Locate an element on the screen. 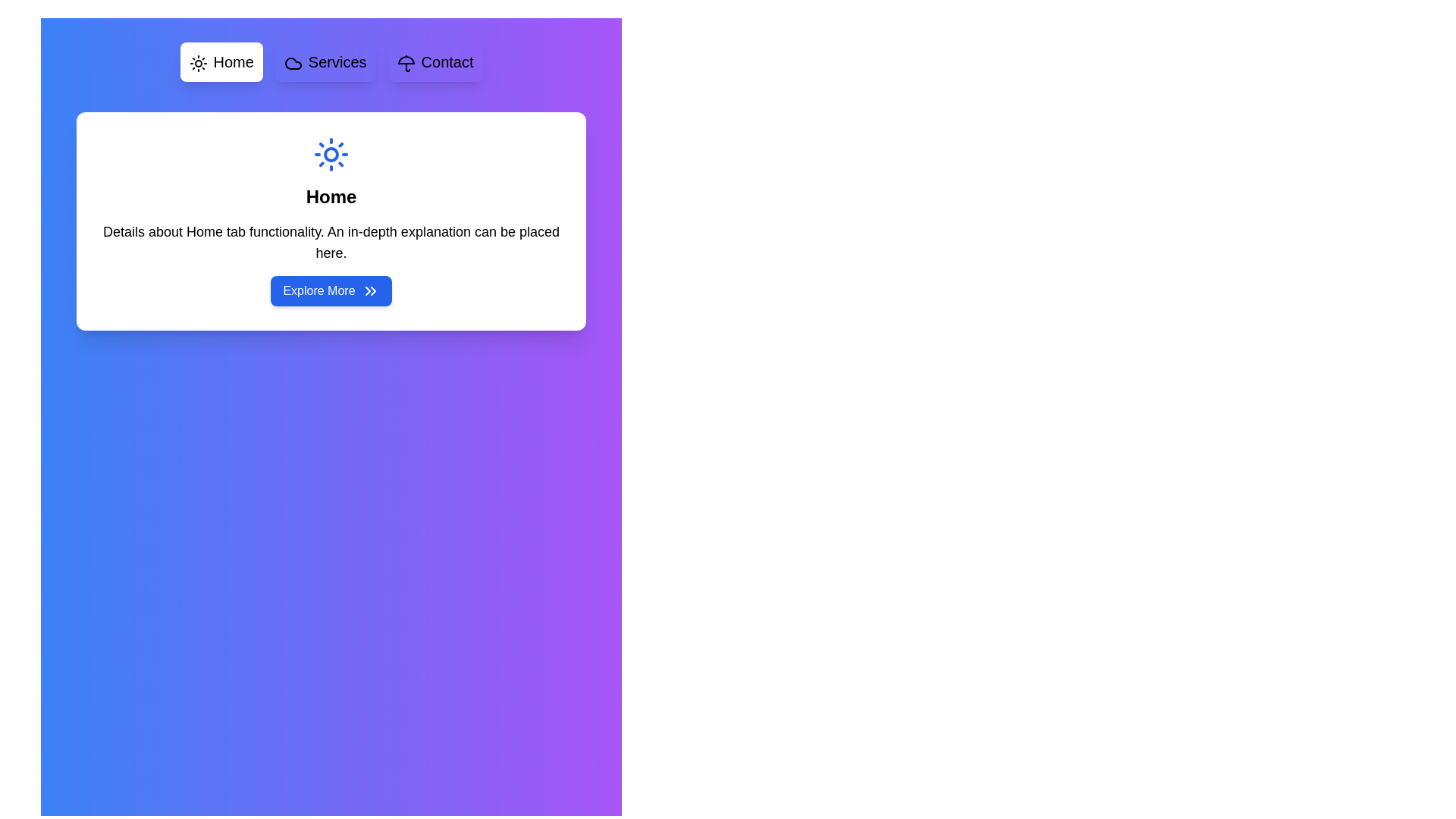  the button labeled 'Contact' which contains an icon resembling an umbrella, located towards the right in the top navigation bar is located at coordinates (406, 62).